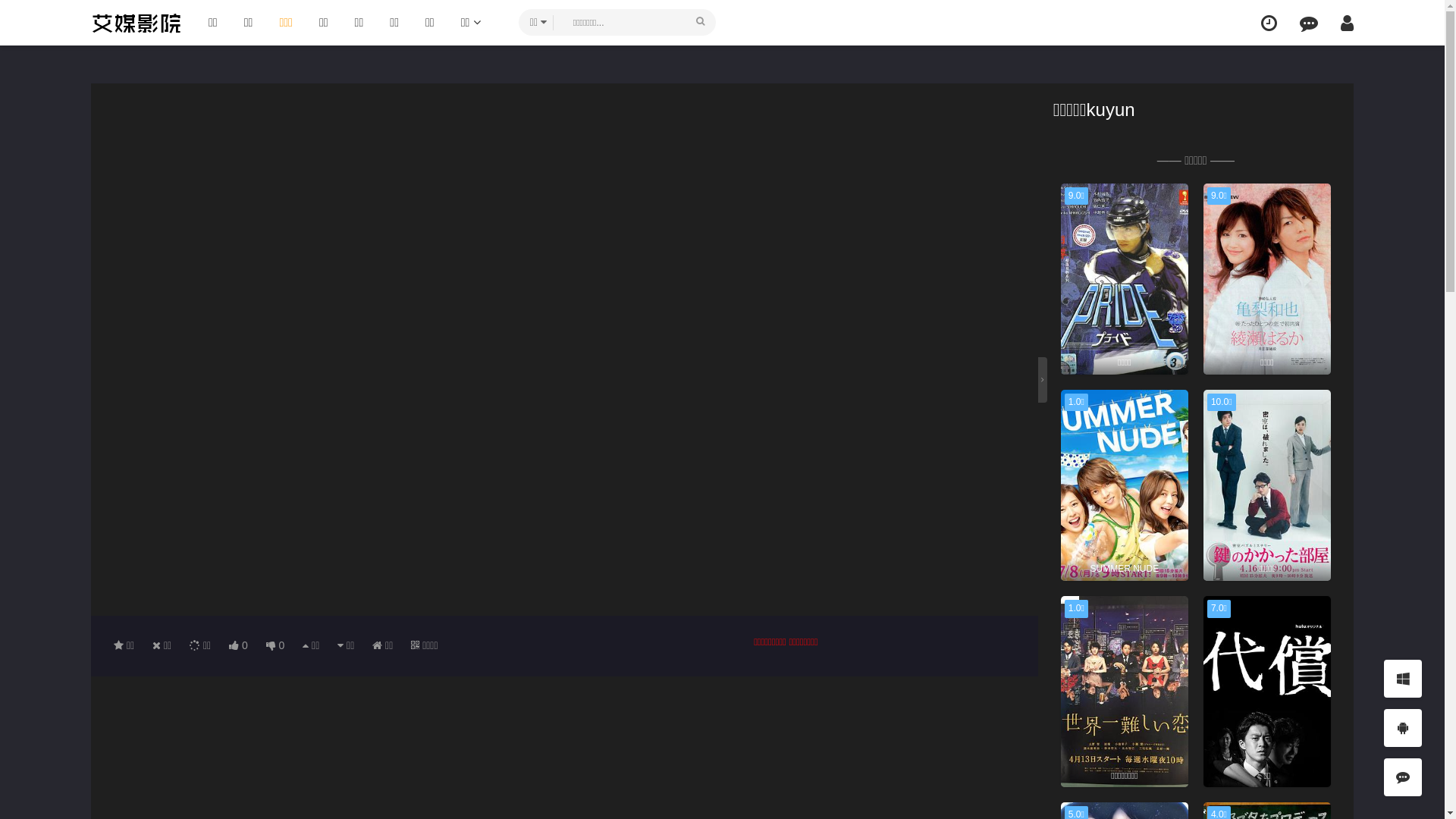 This screenshot has width=1456, height=819. Describe the element at coordinates (275, 645) in the screenshot. I see `'0'` at that location.